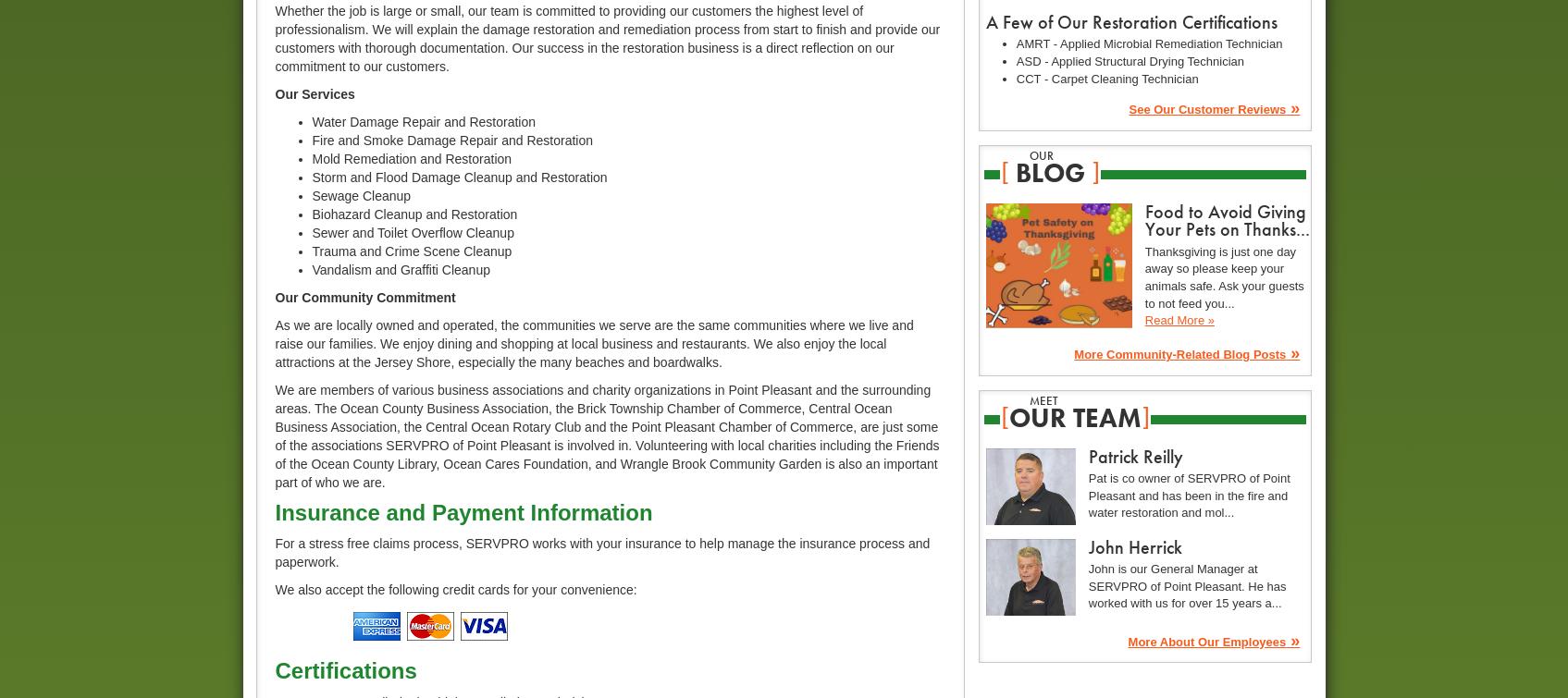  What do you see at coordinates (1206, 640) in the screenshot?
I see `'More About Our Employees'` at bounding box center [1206, 640].